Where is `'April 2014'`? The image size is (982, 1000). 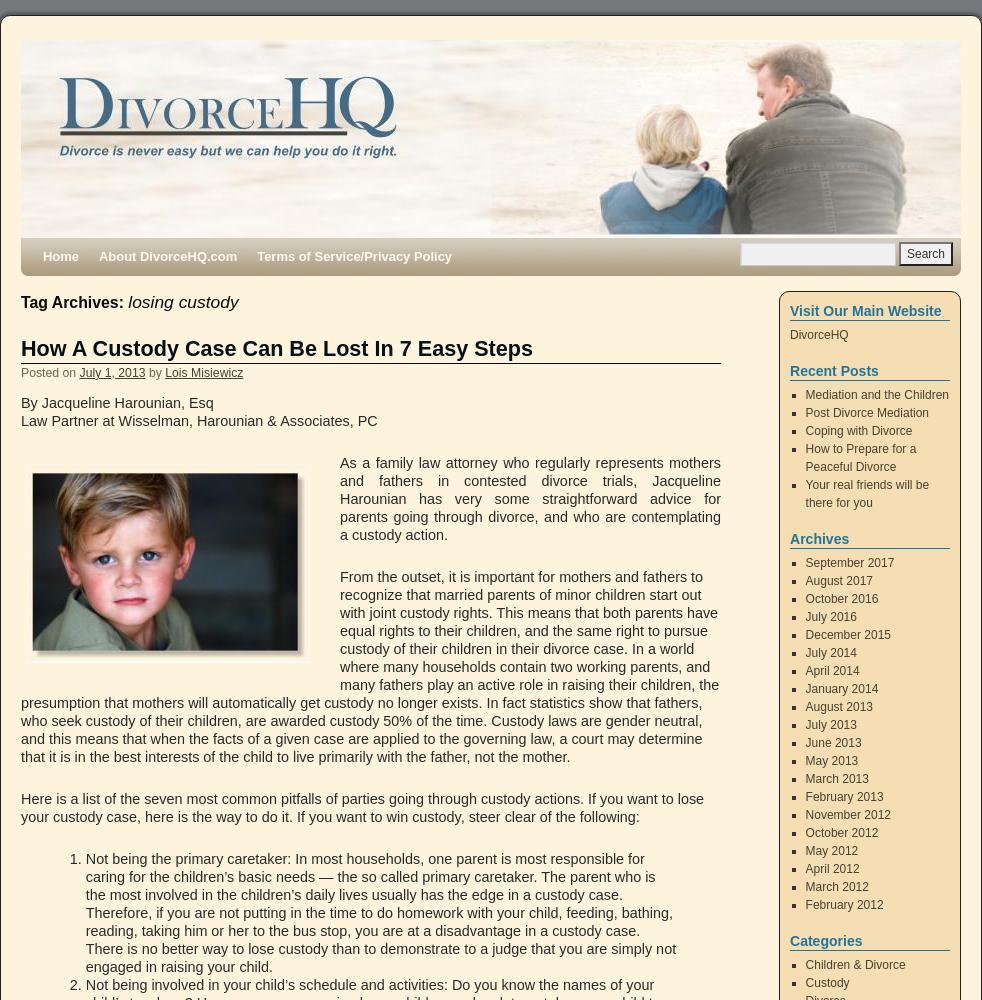
'April 2014' is located at coordinates (805, 671).